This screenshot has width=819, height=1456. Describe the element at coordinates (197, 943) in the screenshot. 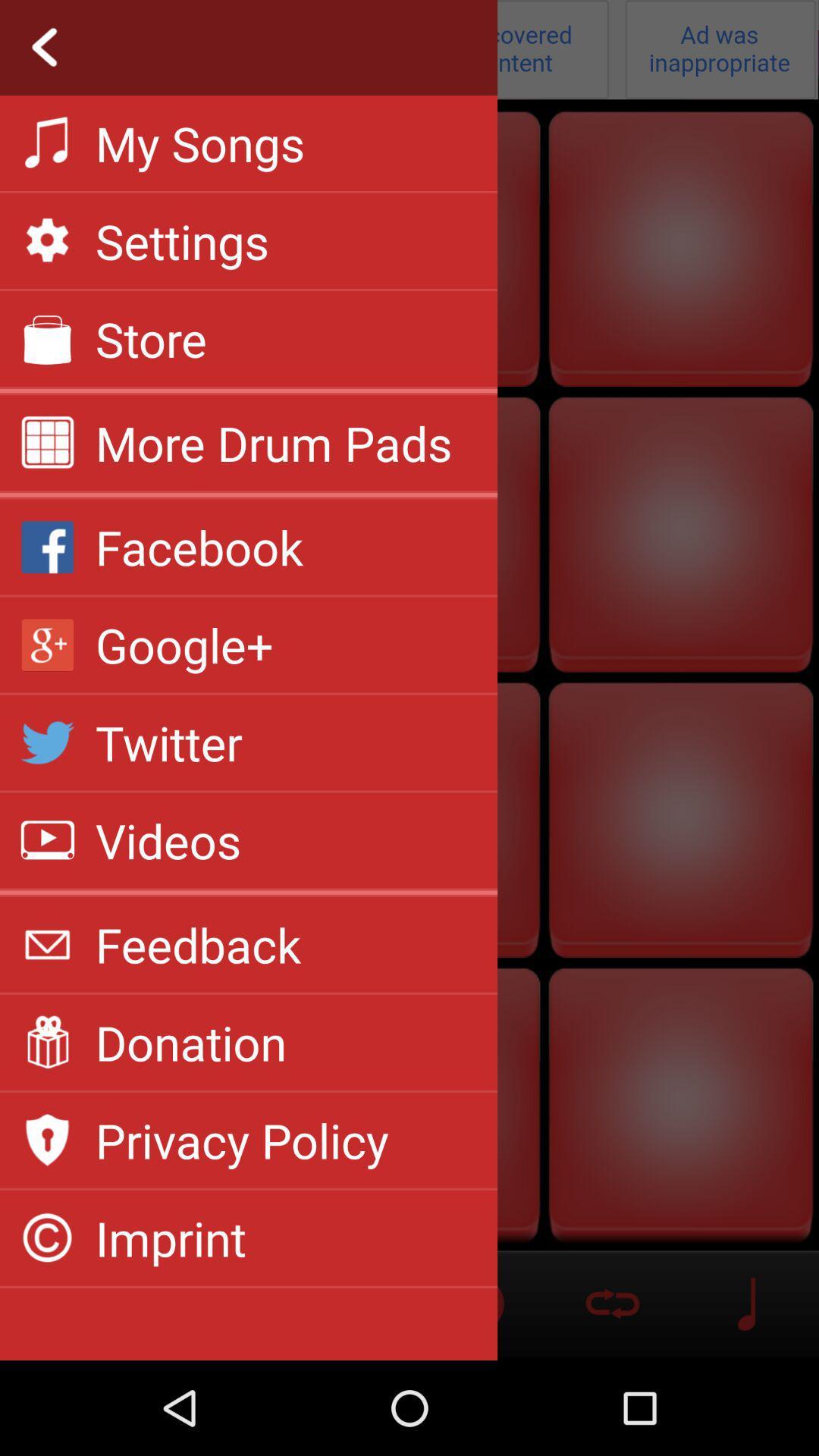

I see `the feedback icon` at that location.